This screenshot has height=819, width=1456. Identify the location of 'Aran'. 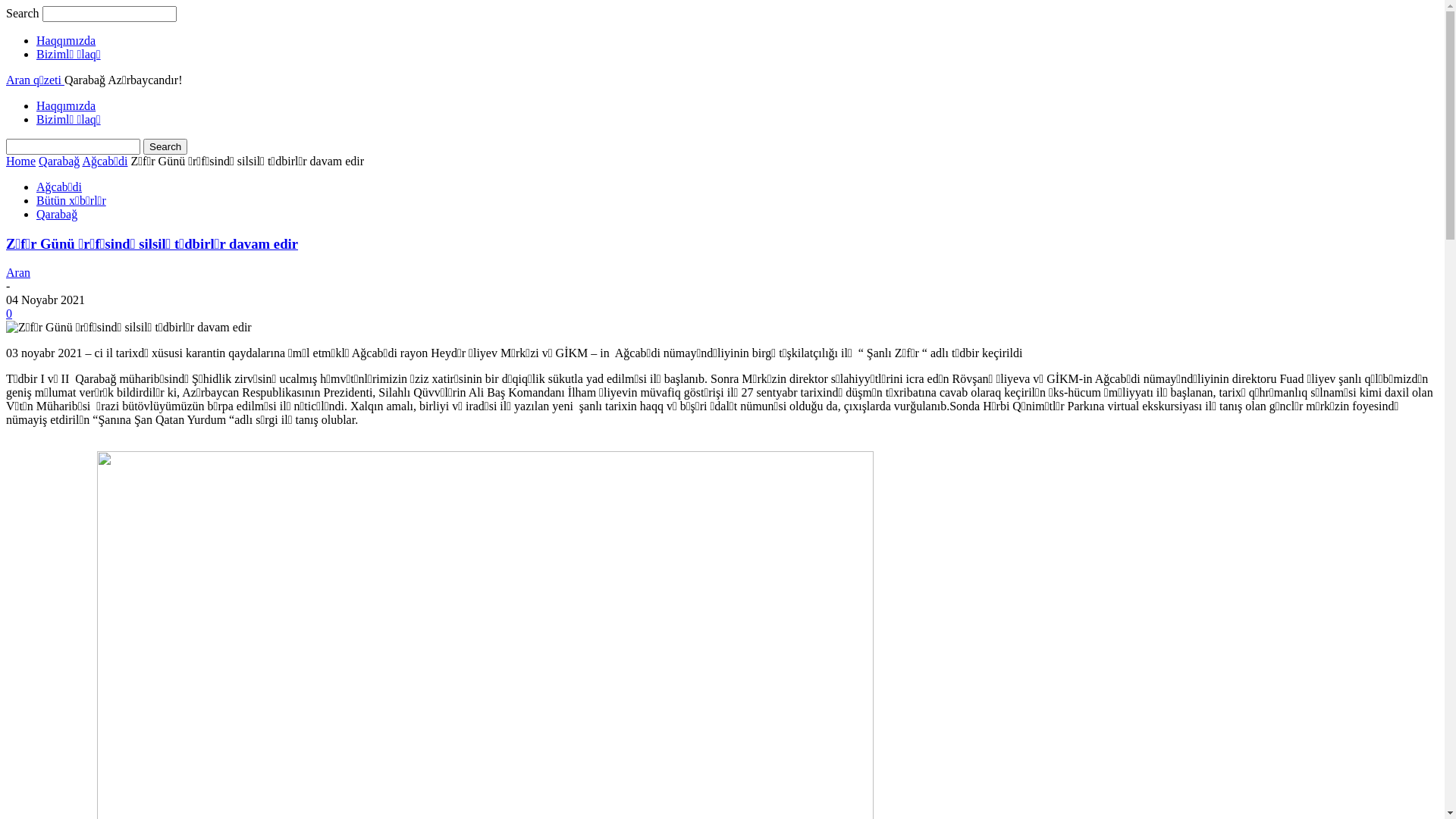
(6, 271).